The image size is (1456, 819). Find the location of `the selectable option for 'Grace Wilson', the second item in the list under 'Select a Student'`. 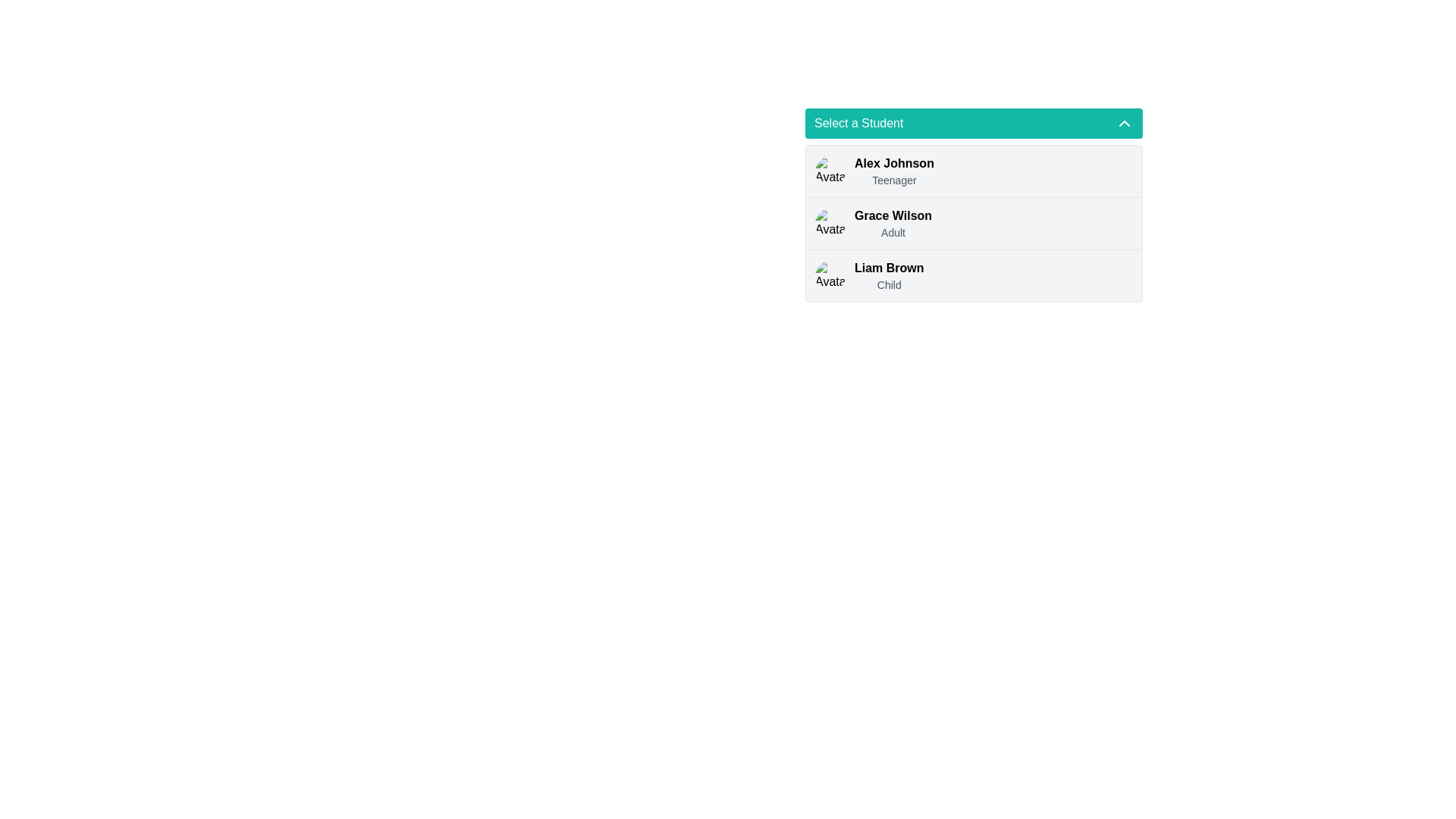

the selectable option for 'Grace Wilson', the second item in the list under 'Select a Student' is located at coordinates (974, 223).